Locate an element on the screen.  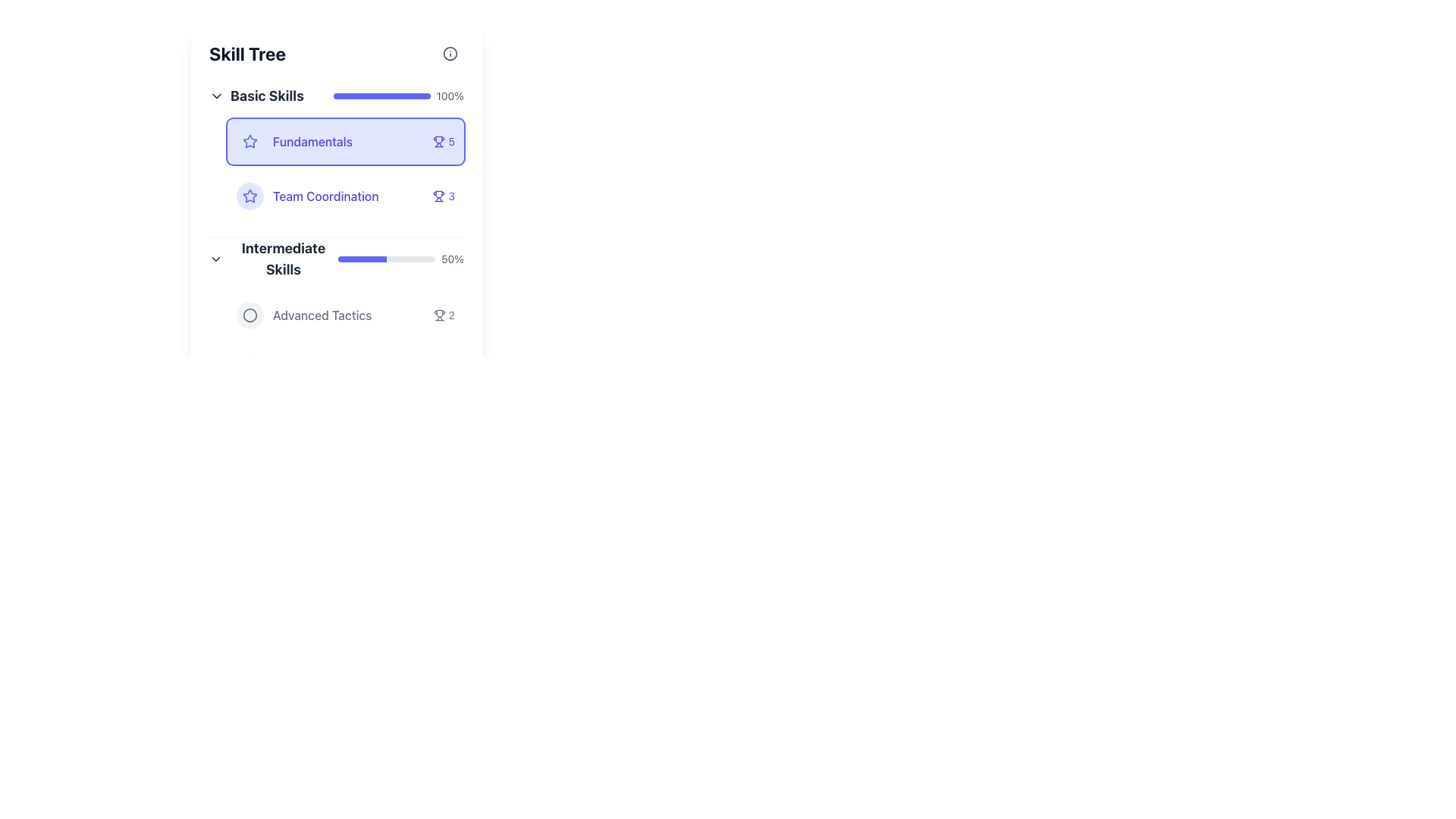
the numeral '2' displayed in a compact and bold font, colored black or dark gray, located to the right of a trophy icon in the 'Intermediate Skills' section, next to 'Advanced Tactics' is located at coordinates (450, 315).